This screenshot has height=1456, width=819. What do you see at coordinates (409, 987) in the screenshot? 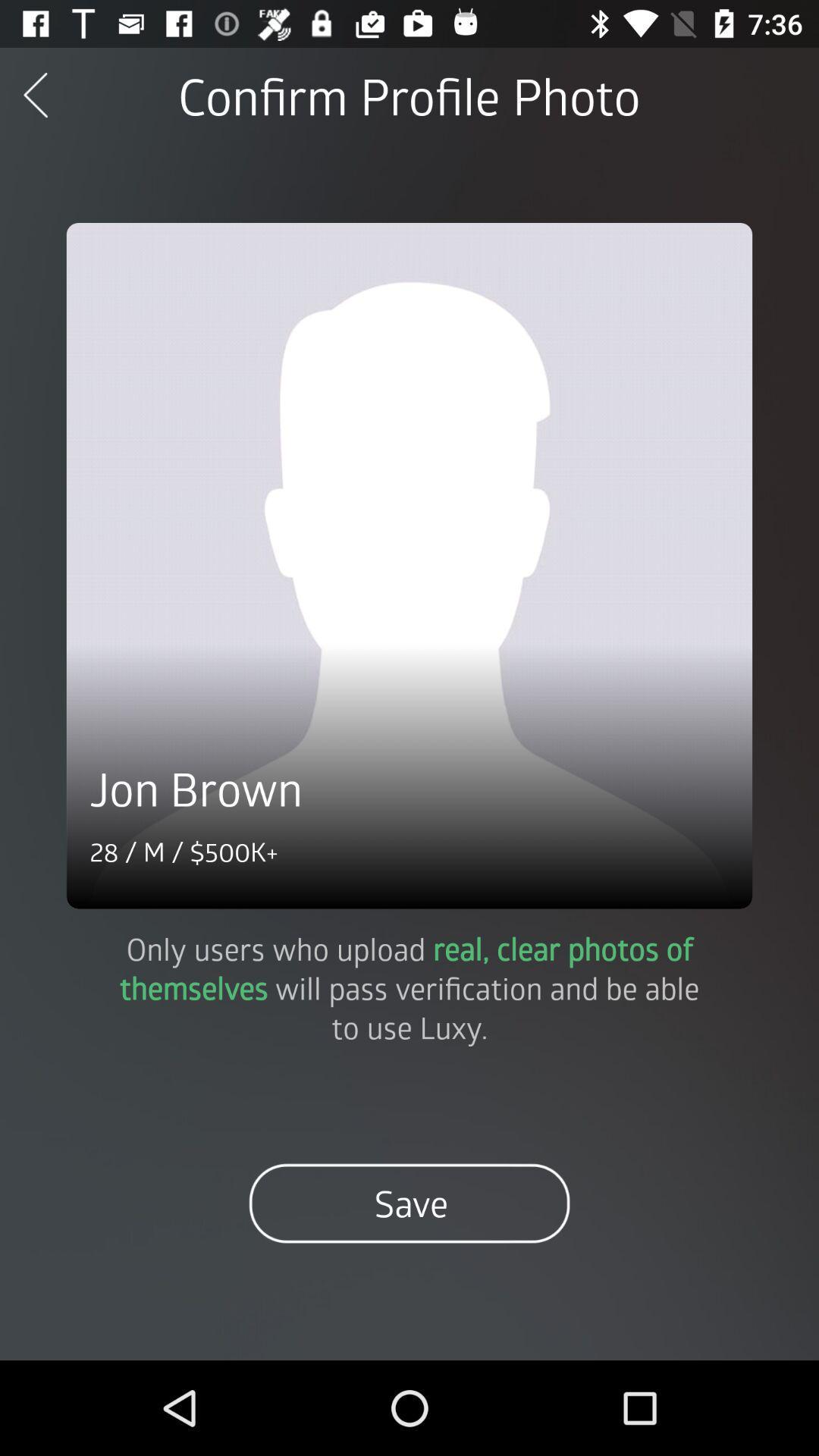
I see `the icon above save icon` at bounding box center [409, 987].